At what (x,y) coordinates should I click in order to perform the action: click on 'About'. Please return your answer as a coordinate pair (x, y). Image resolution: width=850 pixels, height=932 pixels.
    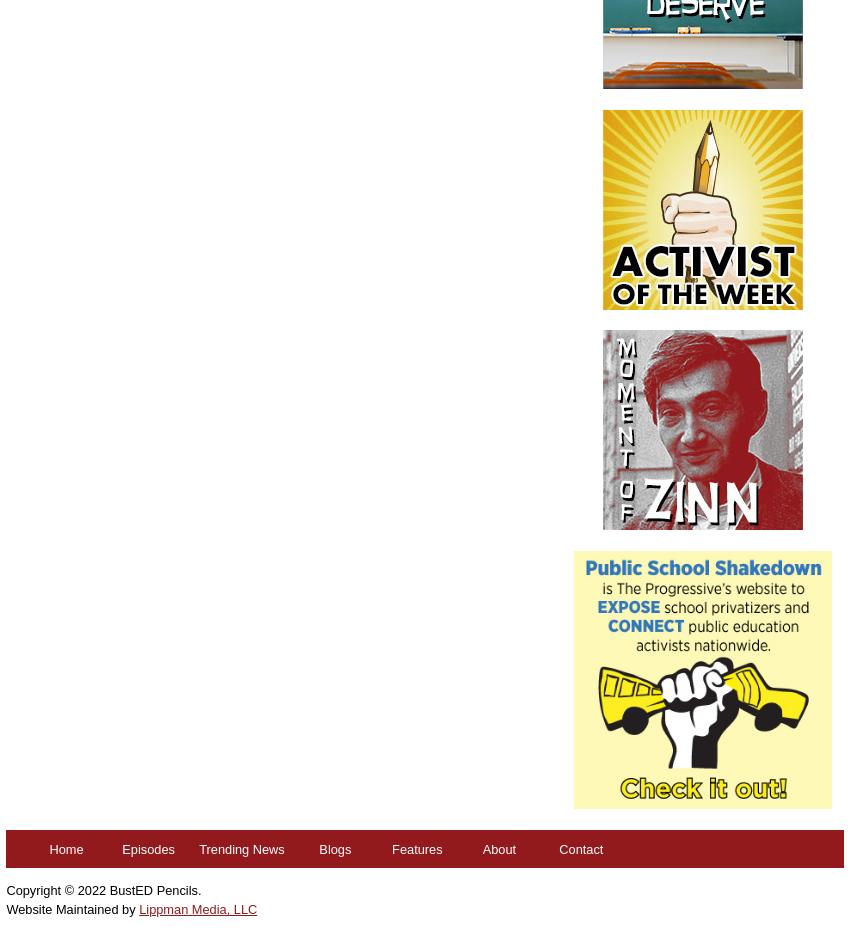
    Looking at the image, I should click on (482, 847).